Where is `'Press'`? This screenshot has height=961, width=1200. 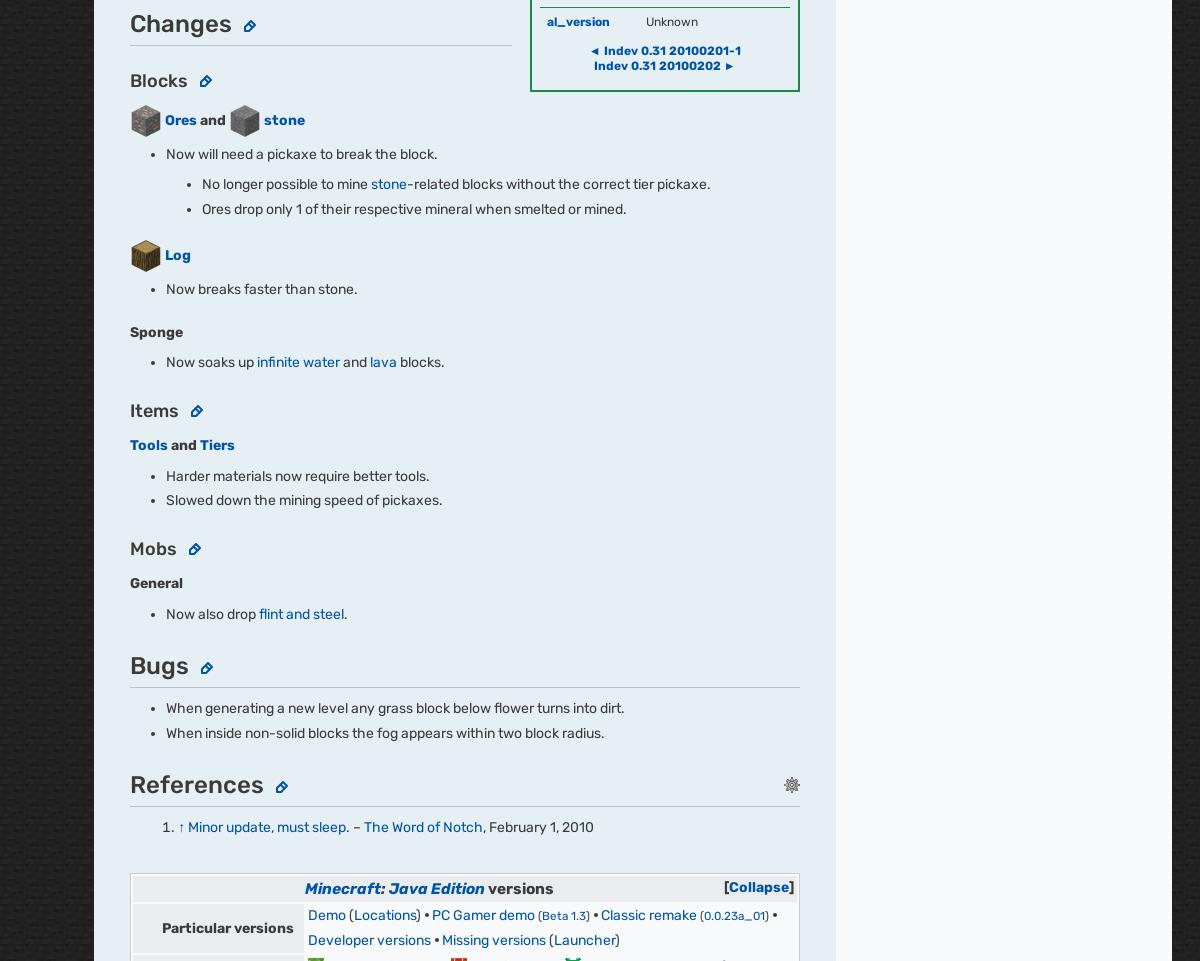 'Press' is located at coordinates (410, 384).